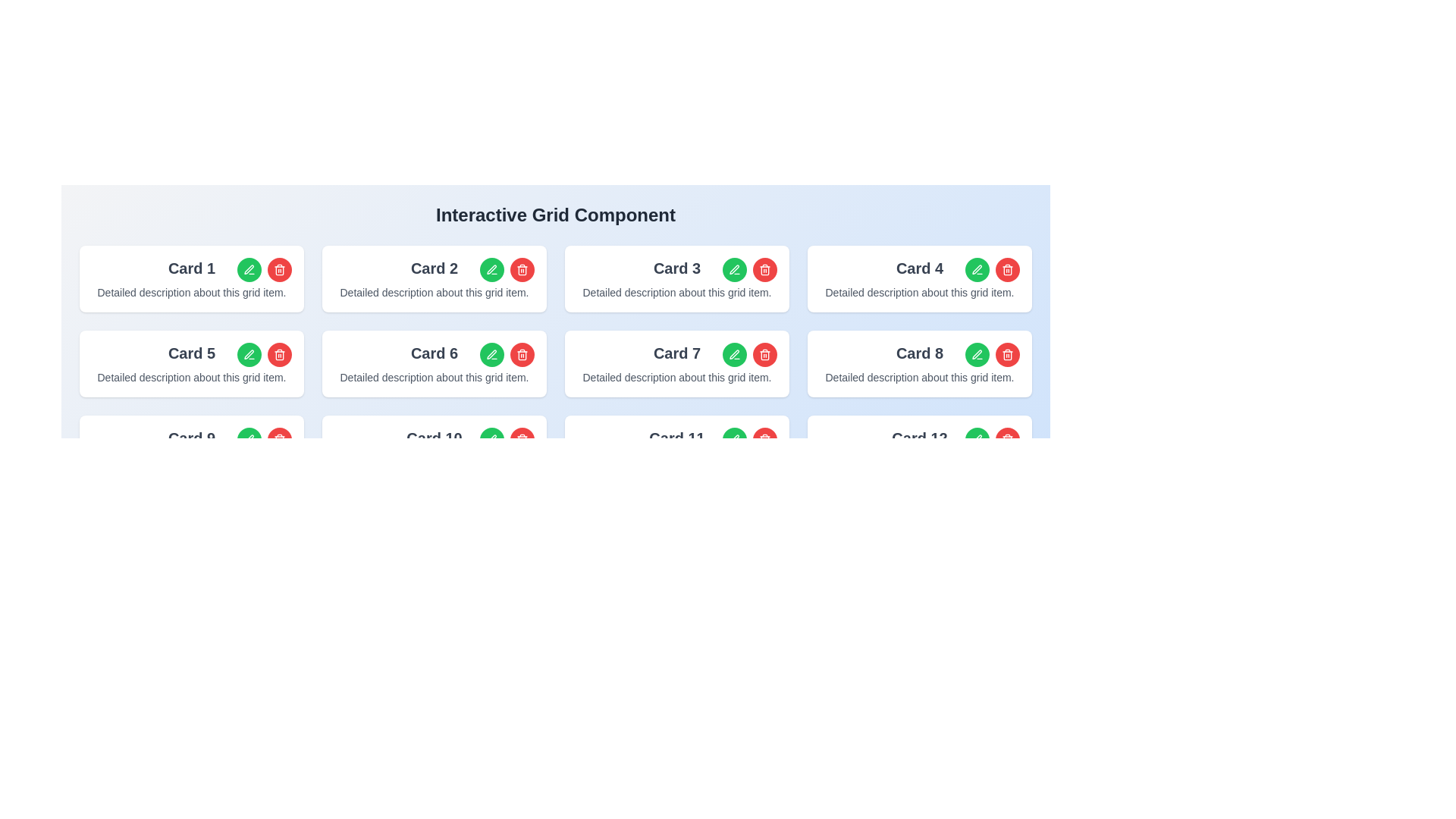 This screenshot has width=1456, height=819. What do you see at coordinates (491, 354) in the screenshot?
I see `the circular green button with a white pen icon located in the top-right corner of 'Card 6'` at bounding box center [491, 354].